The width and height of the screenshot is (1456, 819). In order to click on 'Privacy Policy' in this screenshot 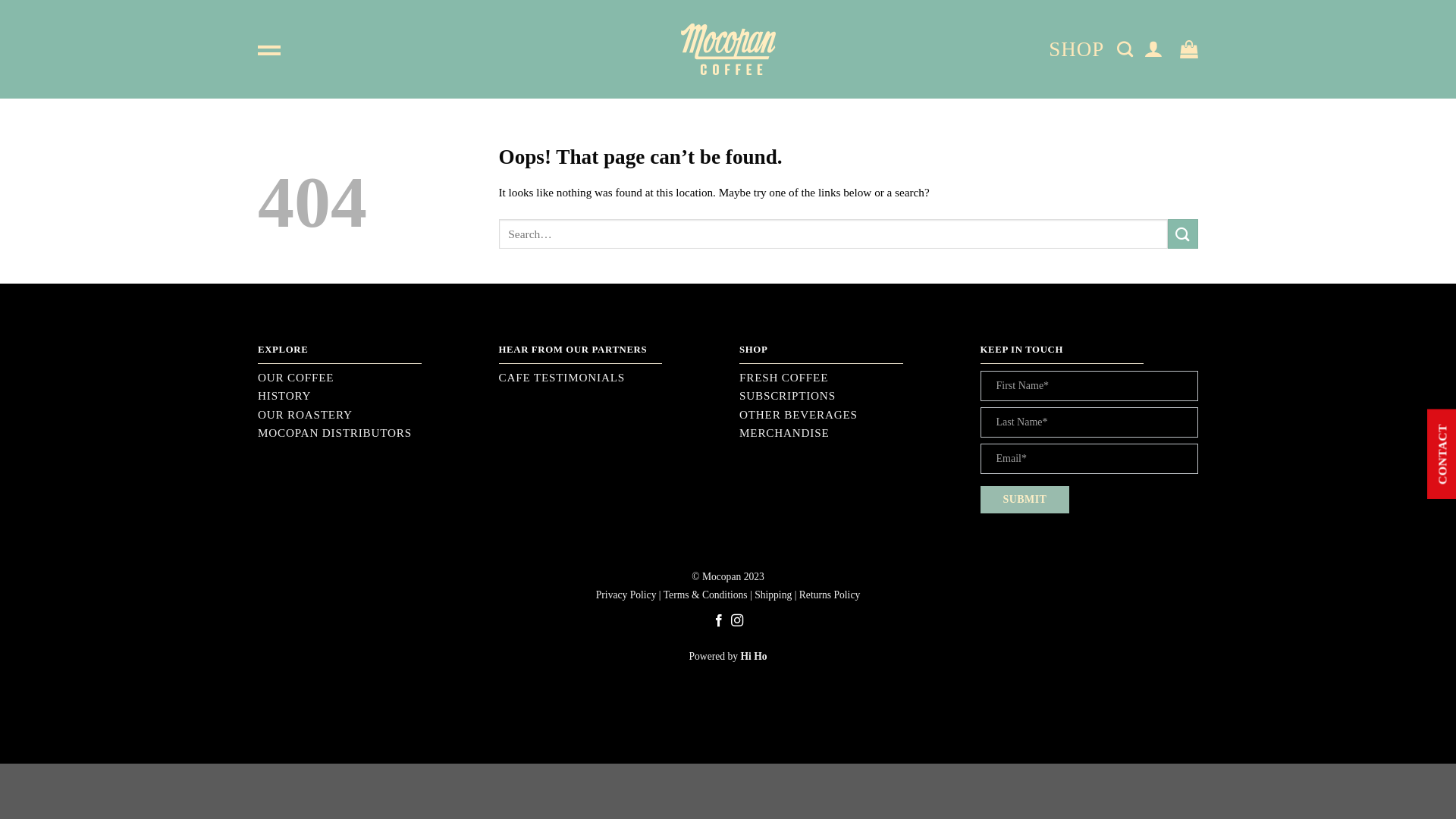, I will do `click(626, 594)`.